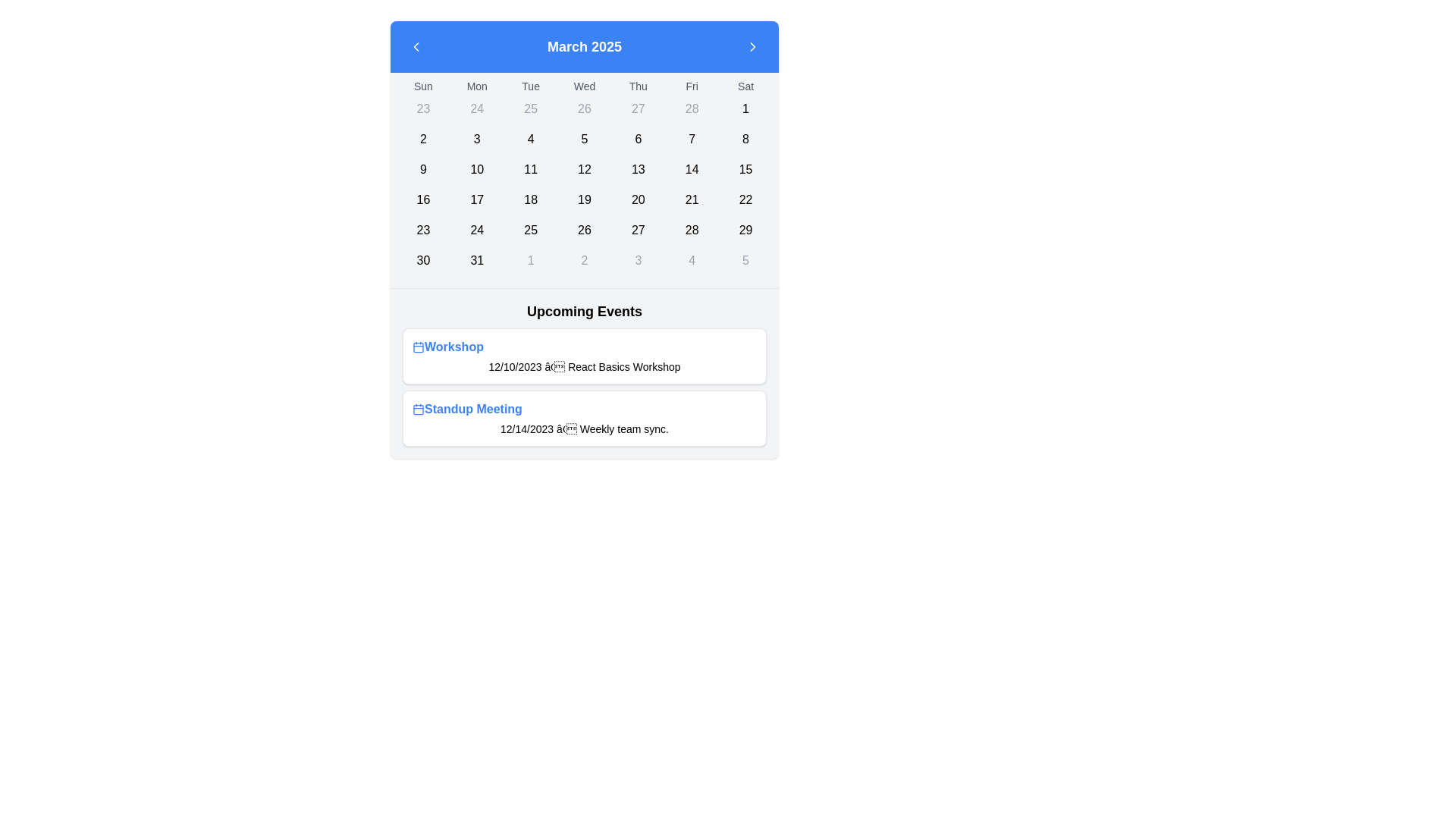 Image resolution: width=1456 pixels, height=819 pixels. Describe the element at coordinates (476, 231) in the screenshot. I see `the selectable date '24' in the calendar interface` at that location.